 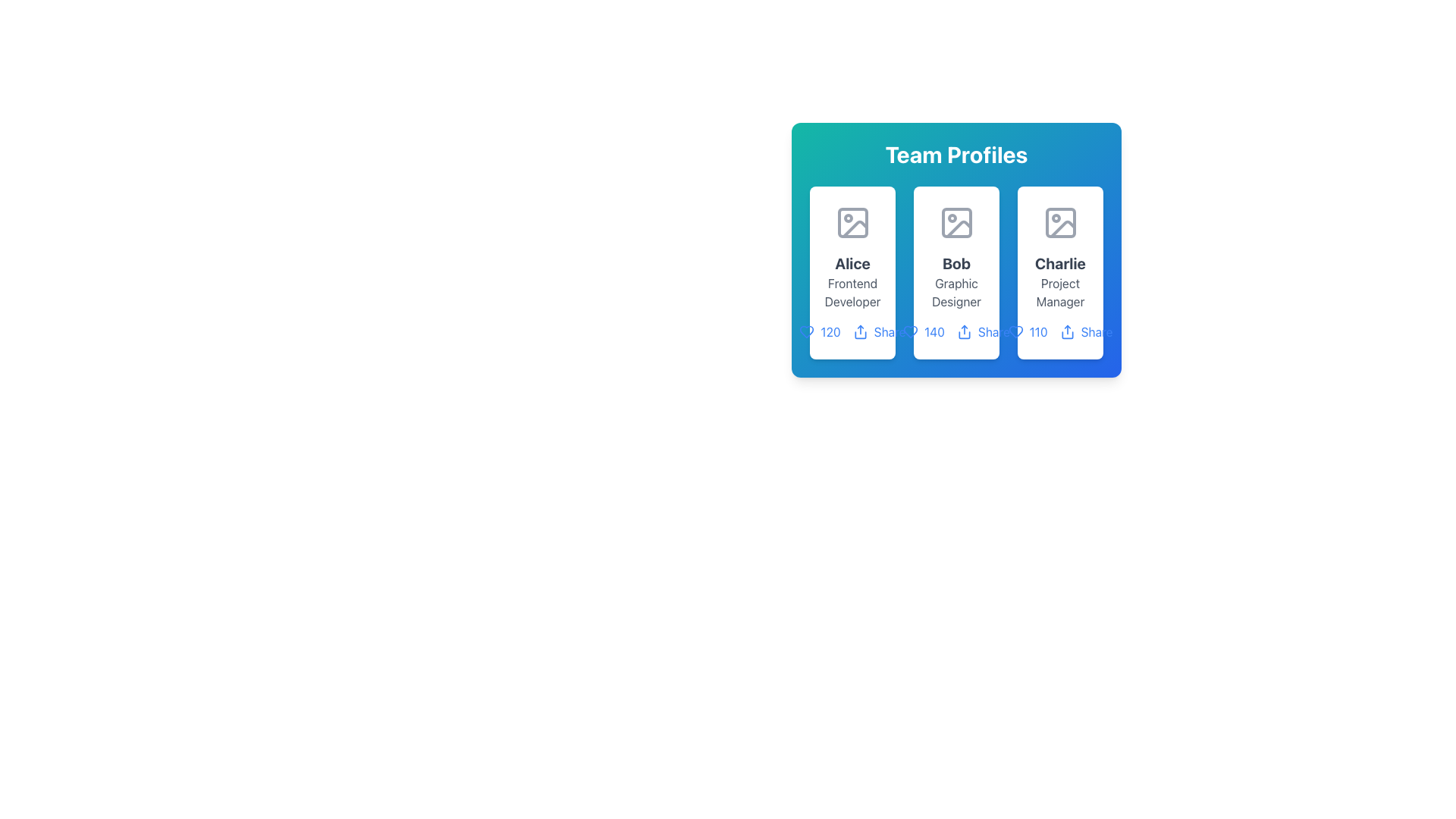 I want to click on the heart icon located in the 'Team Profiles' section under 'Alice - Frontend Developer', so click(x=806, y=331).